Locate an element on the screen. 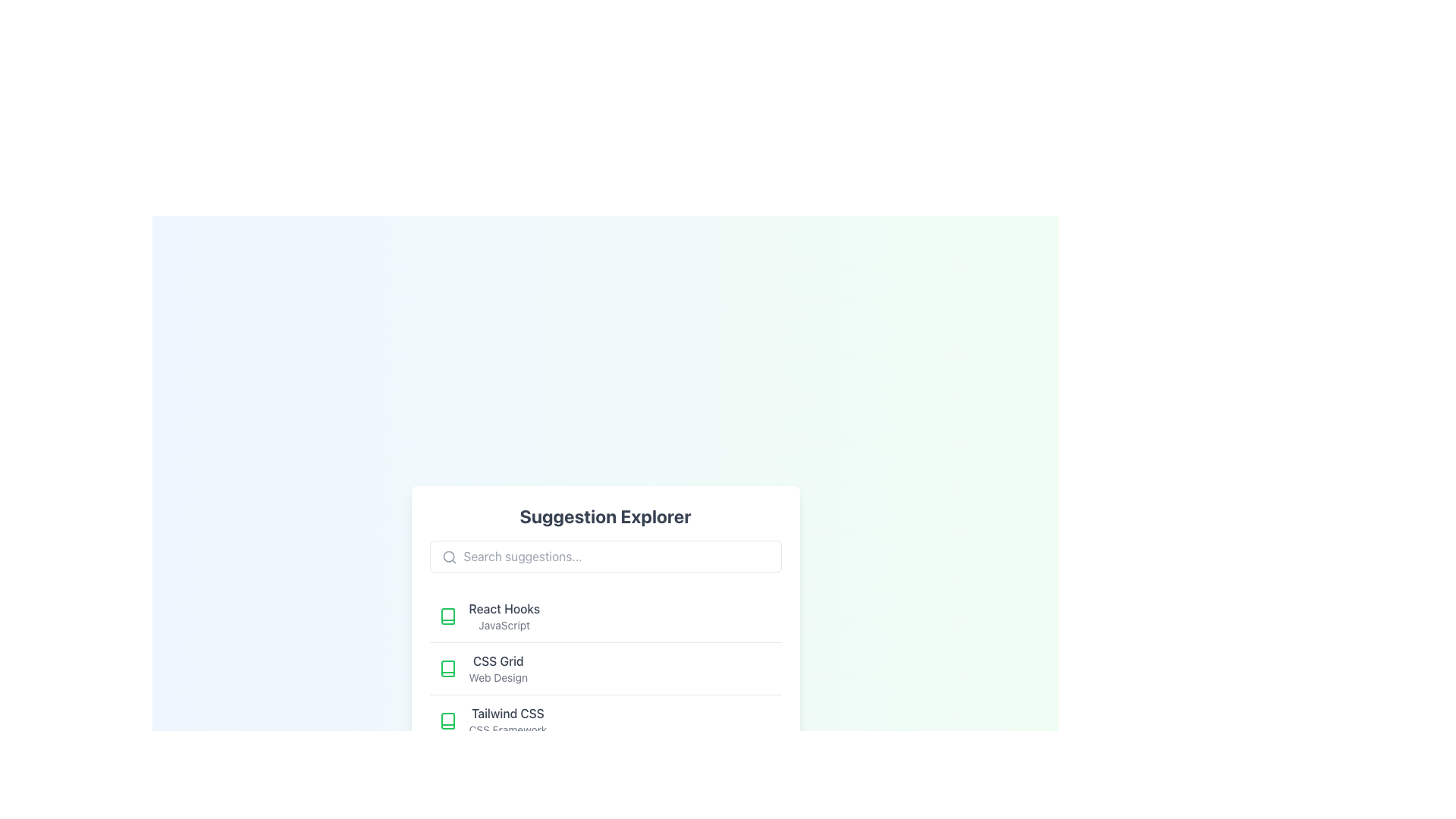 This screenshot has height=819, width=1456. the small gray text label displaying 'CSS Framework' located below 'Tailwind CSS' in the Suggestion Explorer interface is located at coordinates (507, 730).